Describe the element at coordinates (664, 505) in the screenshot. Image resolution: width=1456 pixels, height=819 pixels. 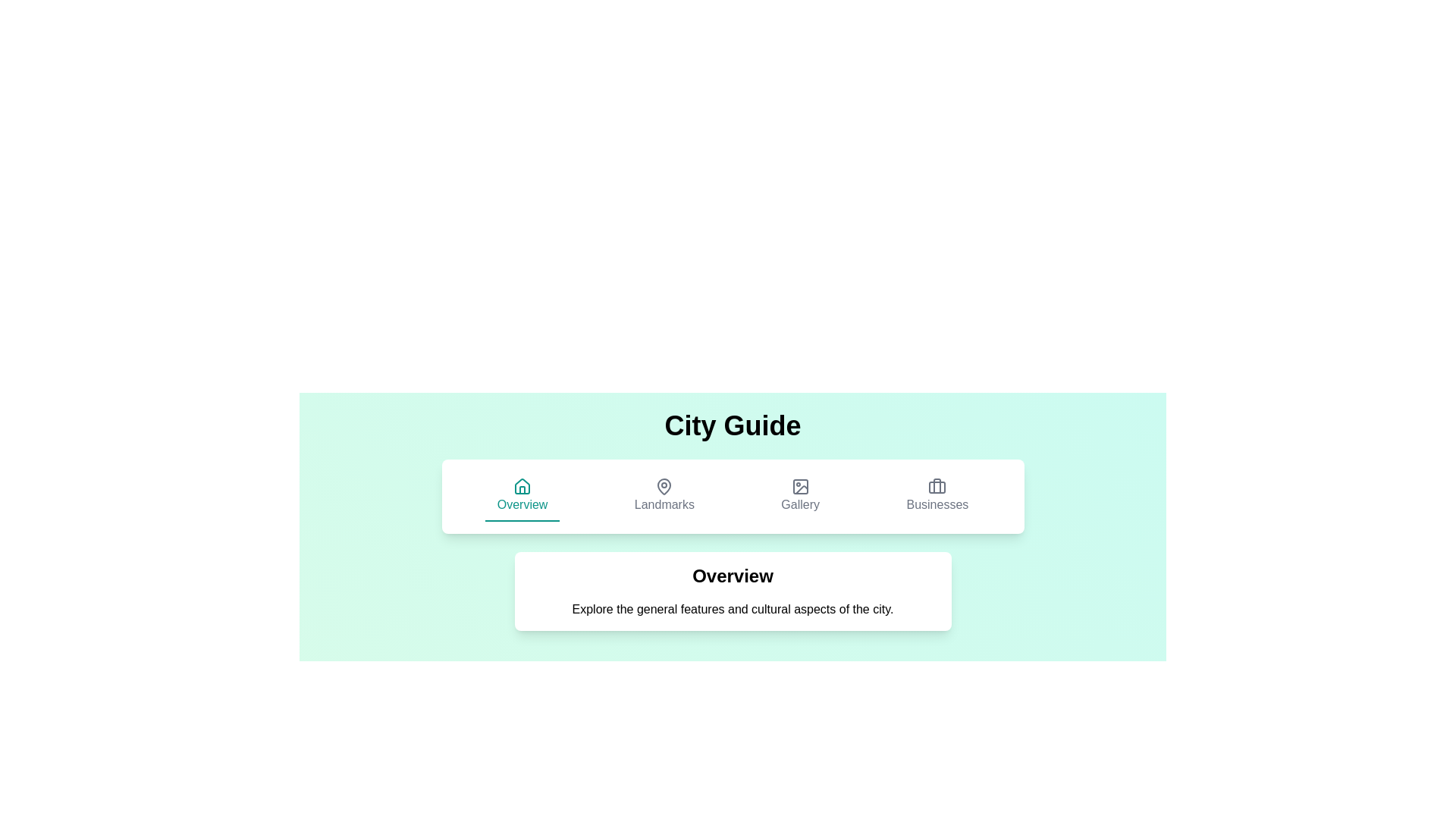
I see `the second tab from the left in the navigation bar labeled 'City Guide' which serves as a label for features related to landmarks` at that location.